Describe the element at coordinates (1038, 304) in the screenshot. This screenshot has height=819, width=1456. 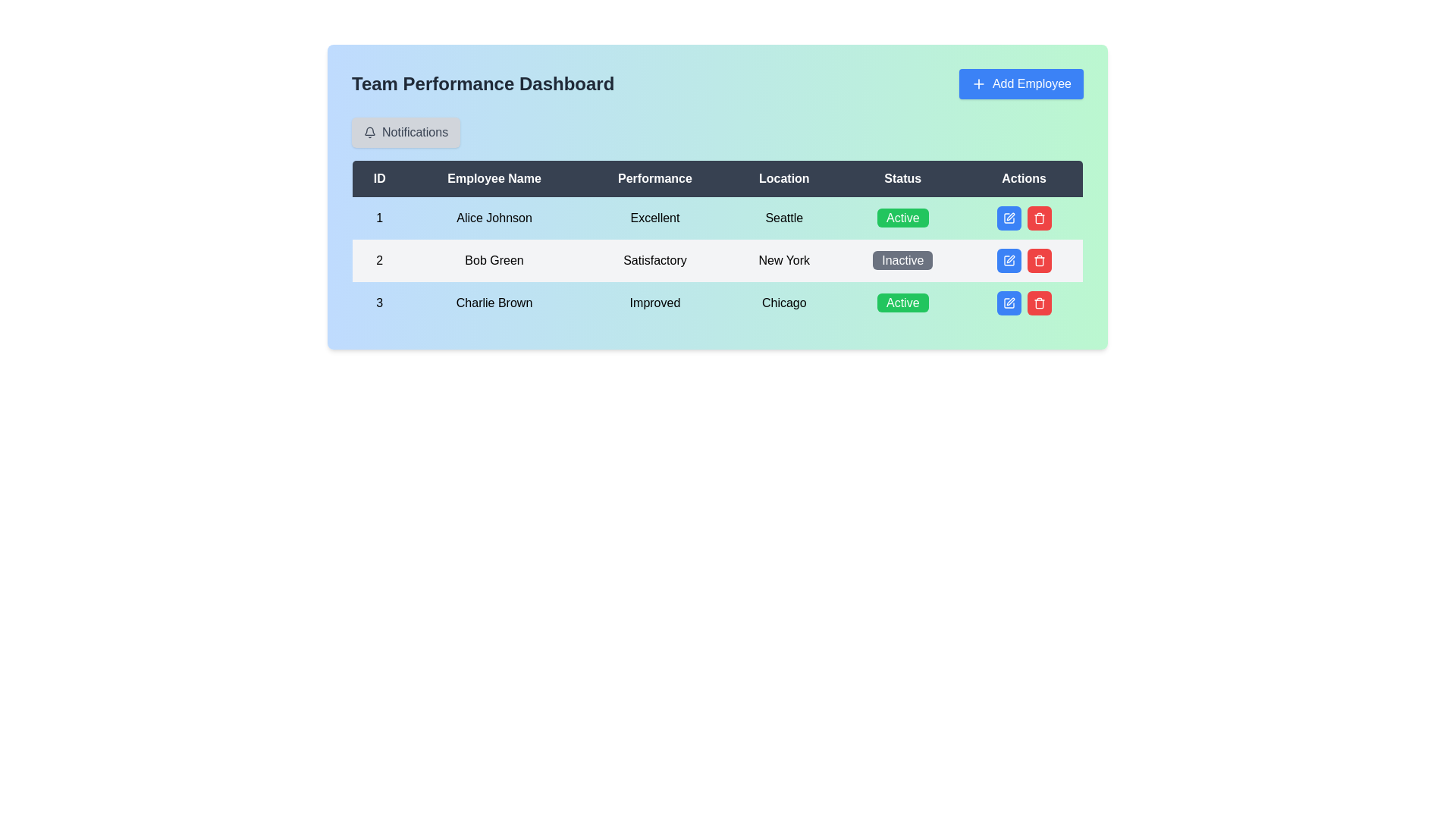
I see `the trash bin icon button in the 'Actions' section of the table for 'Bob Green'` at that location.